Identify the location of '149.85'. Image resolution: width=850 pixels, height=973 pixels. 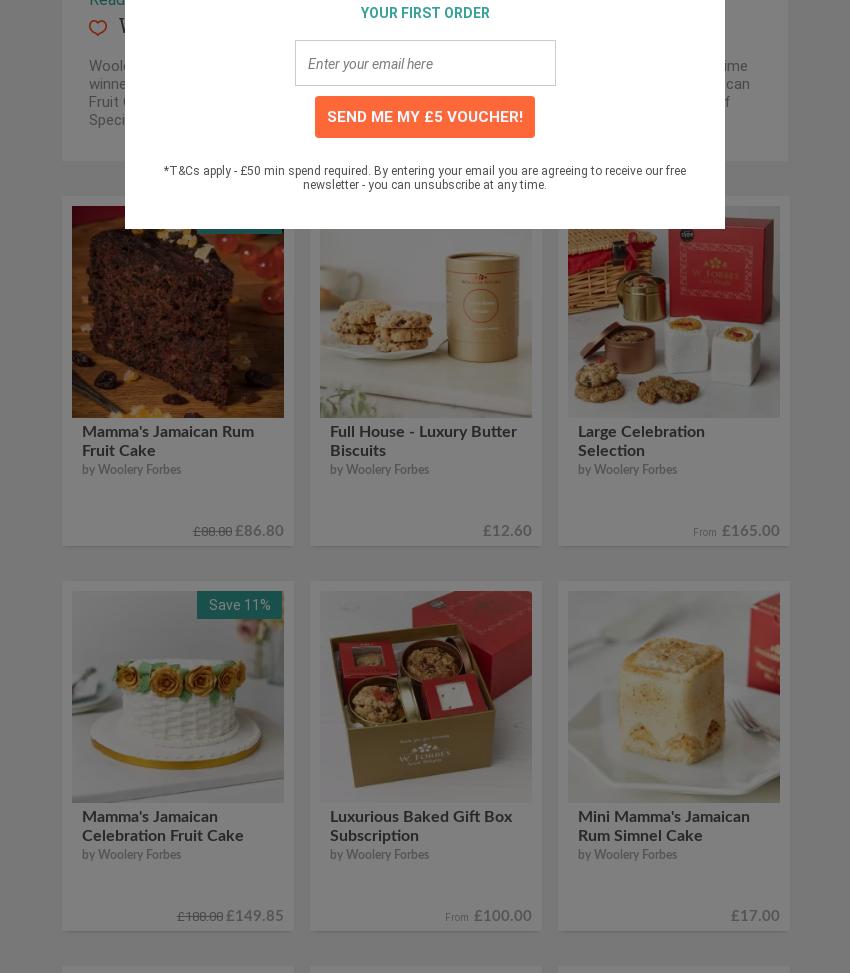
(257, 915).